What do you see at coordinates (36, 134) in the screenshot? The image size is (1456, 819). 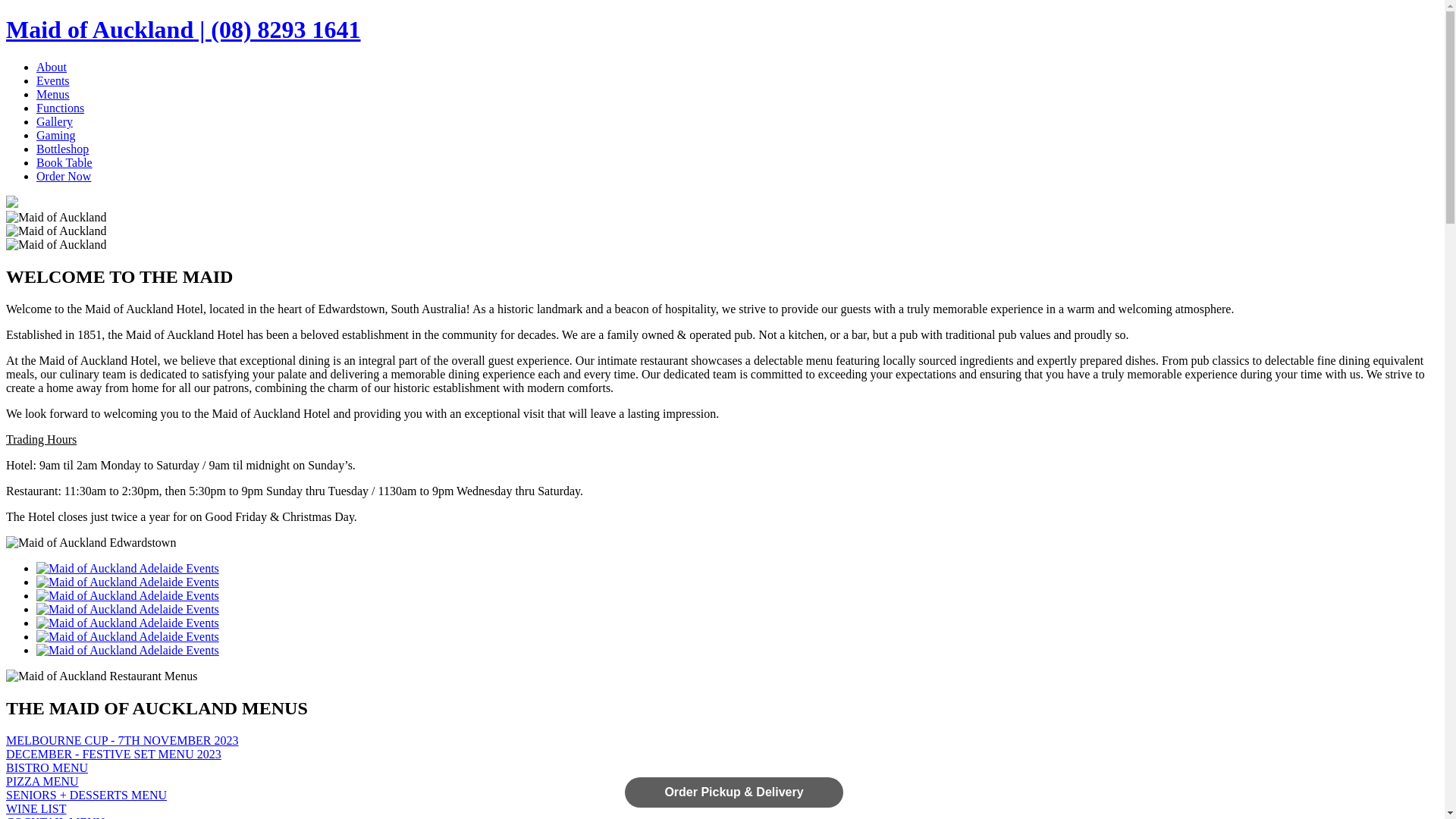 I see `'Gaming'` at bounding box center [36, 134].